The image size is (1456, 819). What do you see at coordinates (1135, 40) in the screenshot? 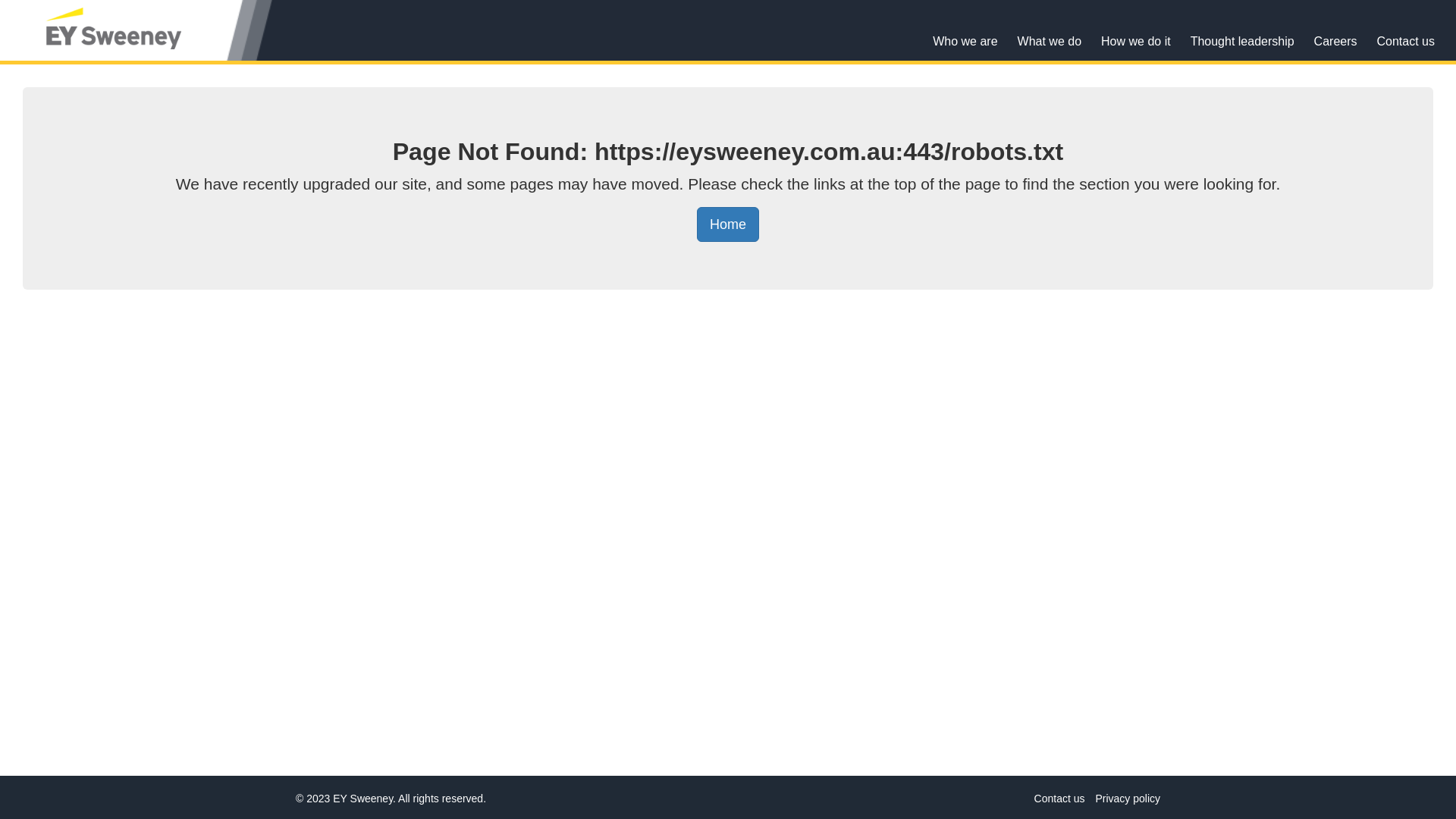
I see `'How we do it'` at bounding box center [1135, 40].